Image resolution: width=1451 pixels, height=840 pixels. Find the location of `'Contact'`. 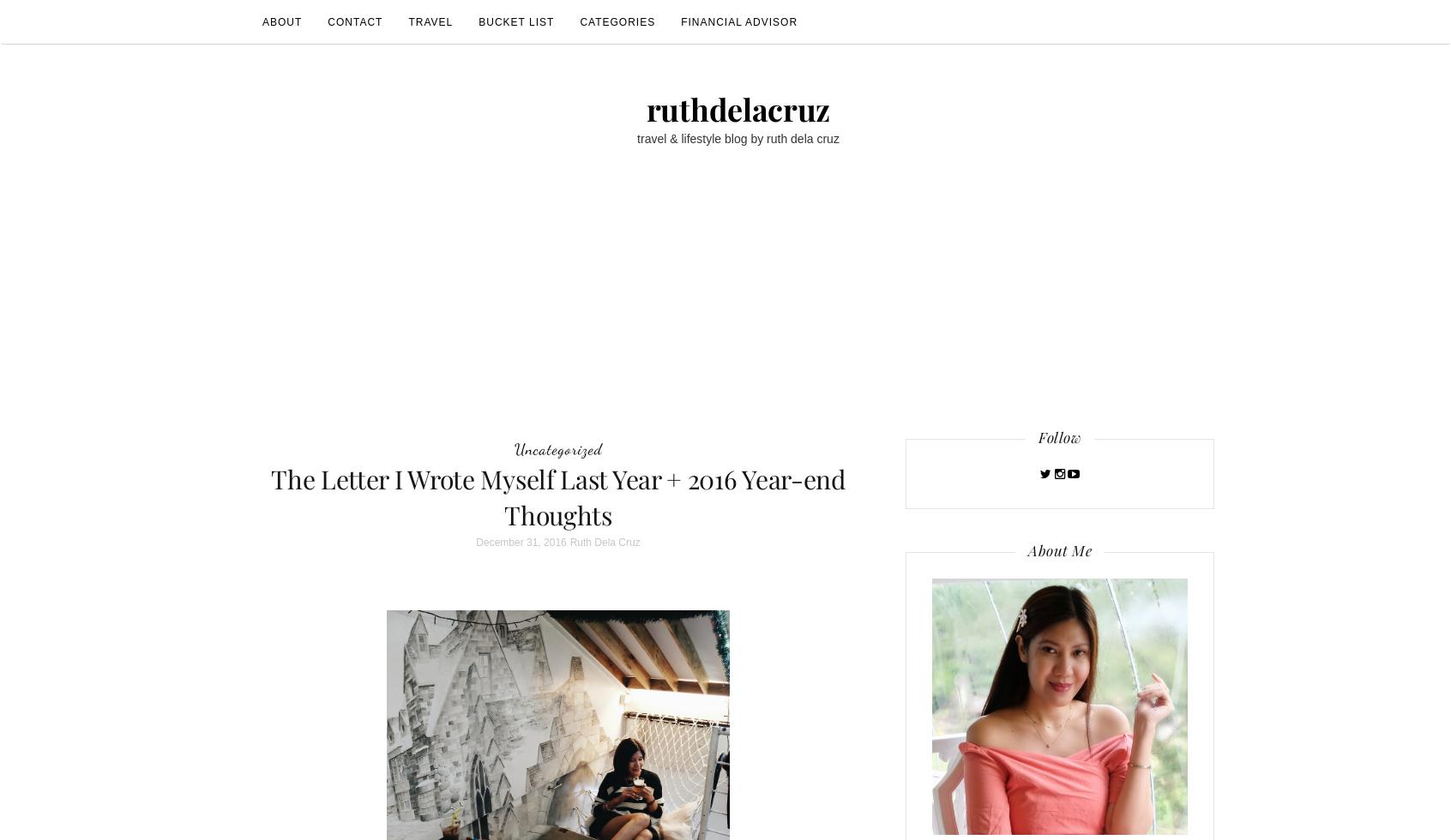

'Contact' is located at coordinates (355, 21).